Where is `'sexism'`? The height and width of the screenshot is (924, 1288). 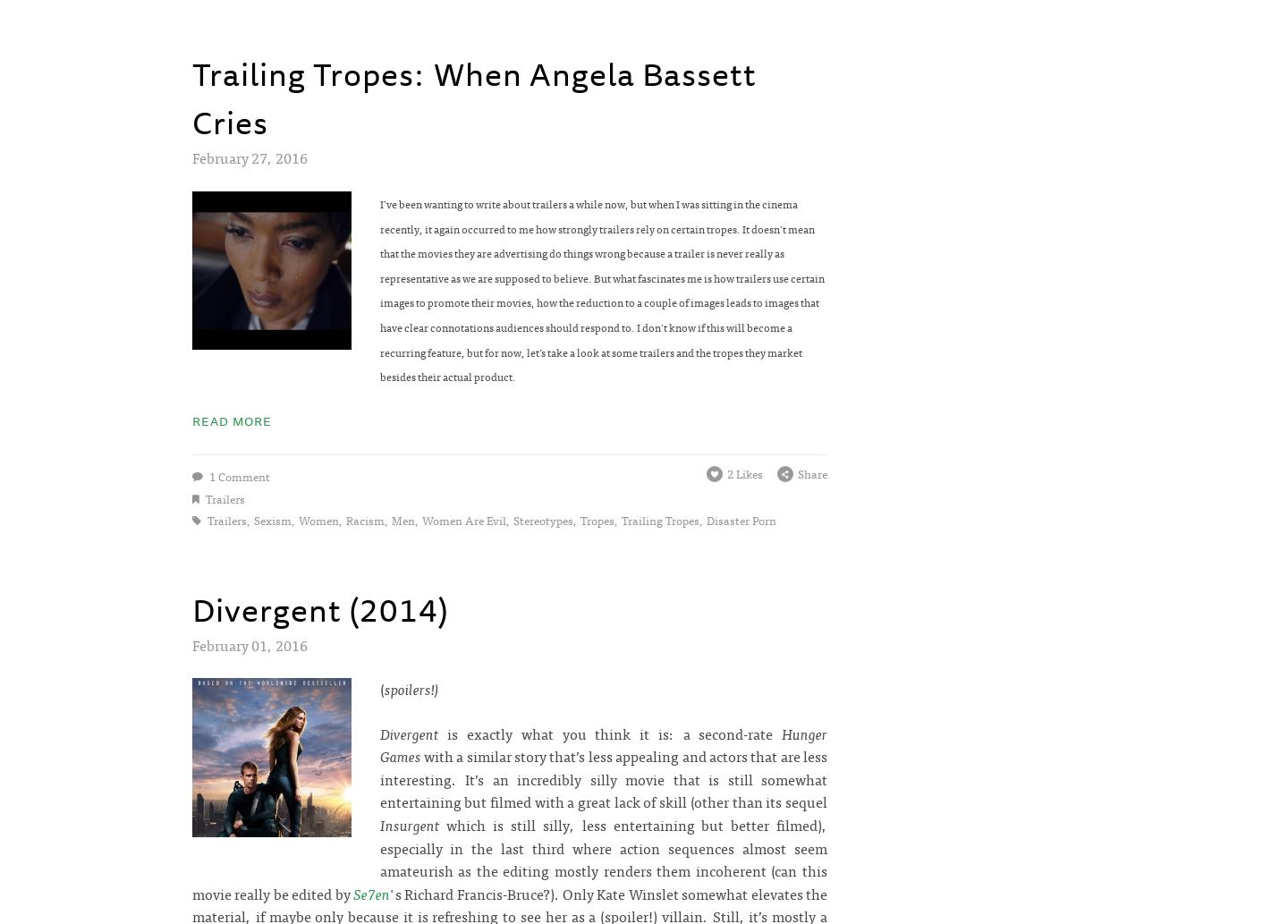 'sexism' is located at coordinates (251, 519).